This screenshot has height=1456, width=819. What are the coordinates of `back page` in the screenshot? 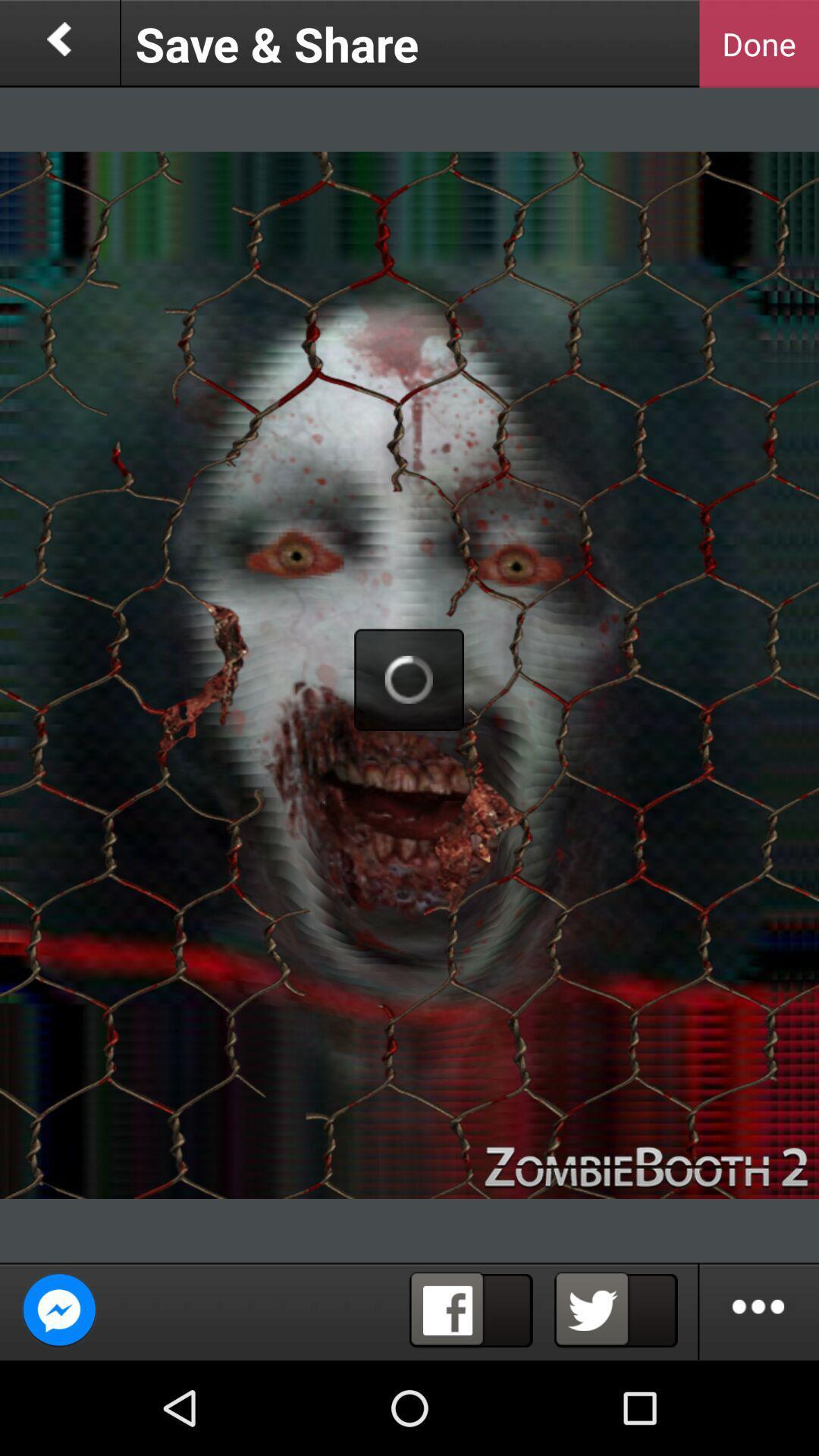 It's located at (58, 43).